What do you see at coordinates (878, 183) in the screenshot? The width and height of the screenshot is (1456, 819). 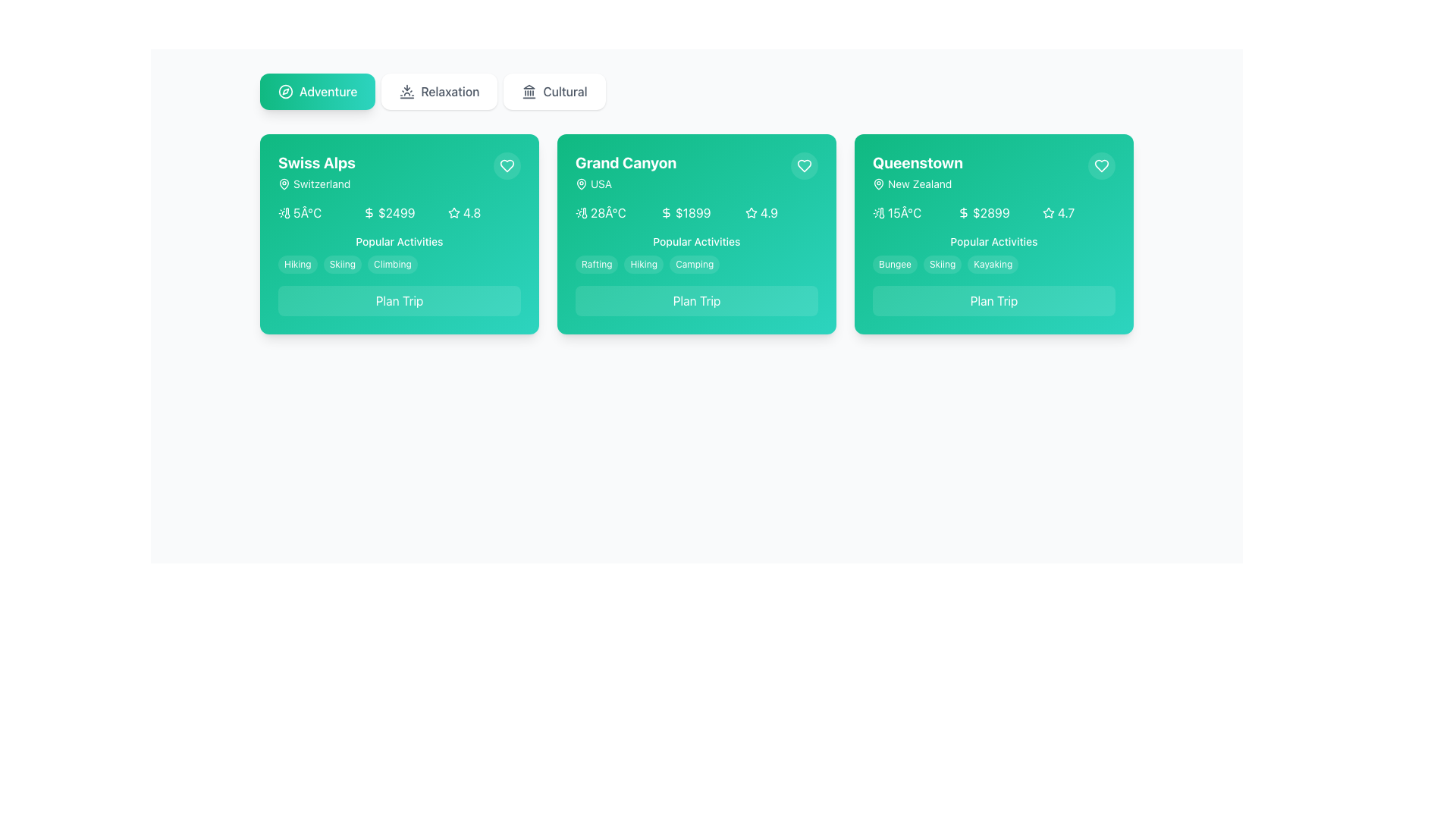 I see `the location marker icon indicating 'New Zealand', which is positioned above and to the left of the text label within the Queenstown card` at bounding box center [878, 183].